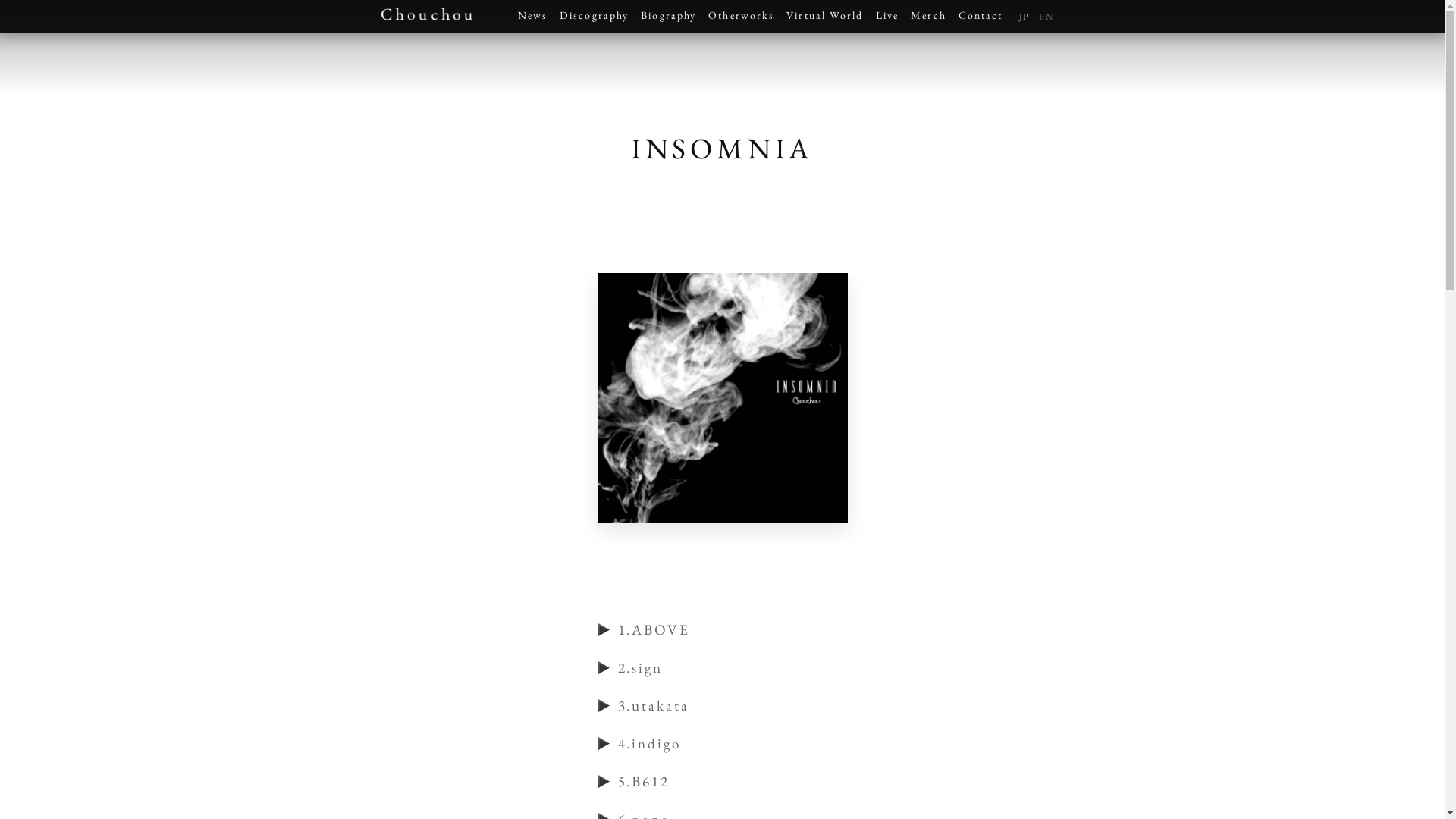 Image resolution: width=1456 pixels, height=819 pixels. Describe the element at coordinates (604, 667) in the screenshot. I see `'play'` at that location.